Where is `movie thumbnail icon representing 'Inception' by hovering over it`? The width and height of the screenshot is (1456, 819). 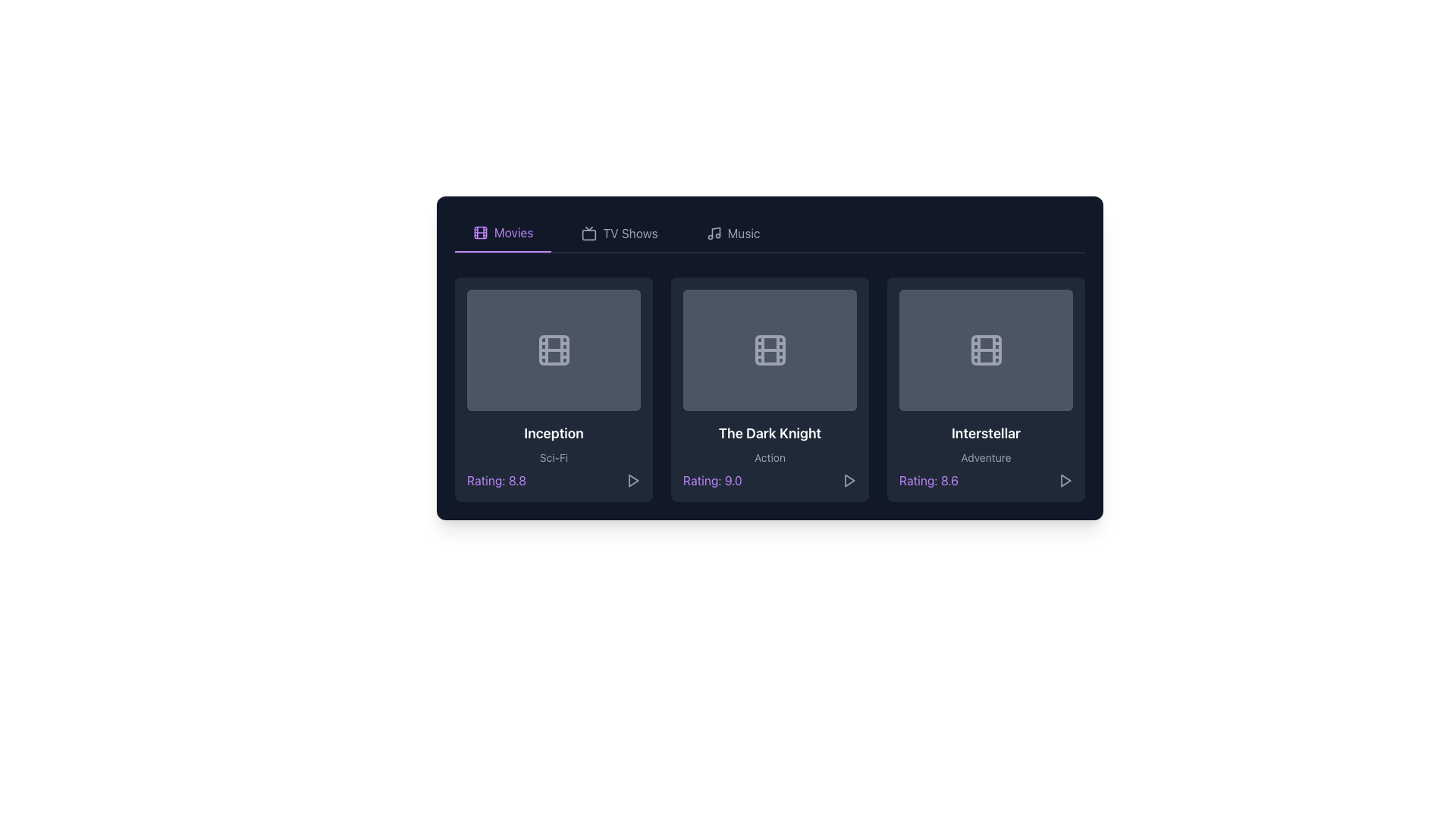
movie thumbnail icon representing 'Inception' by hovering over it is located at coordinates (553, 350).